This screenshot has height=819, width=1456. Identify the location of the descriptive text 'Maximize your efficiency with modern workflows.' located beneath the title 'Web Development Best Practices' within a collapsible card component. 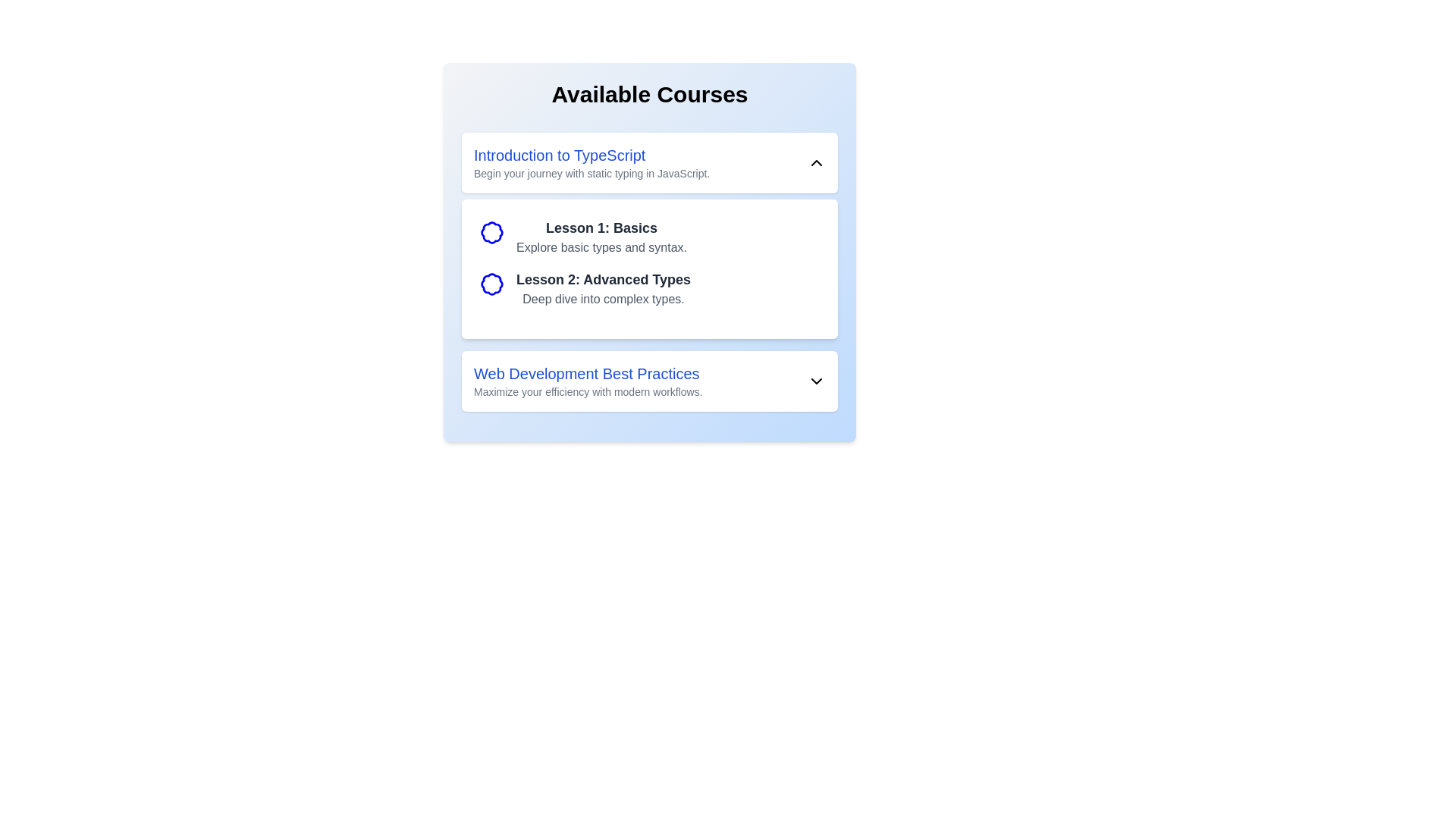
(587, 391).